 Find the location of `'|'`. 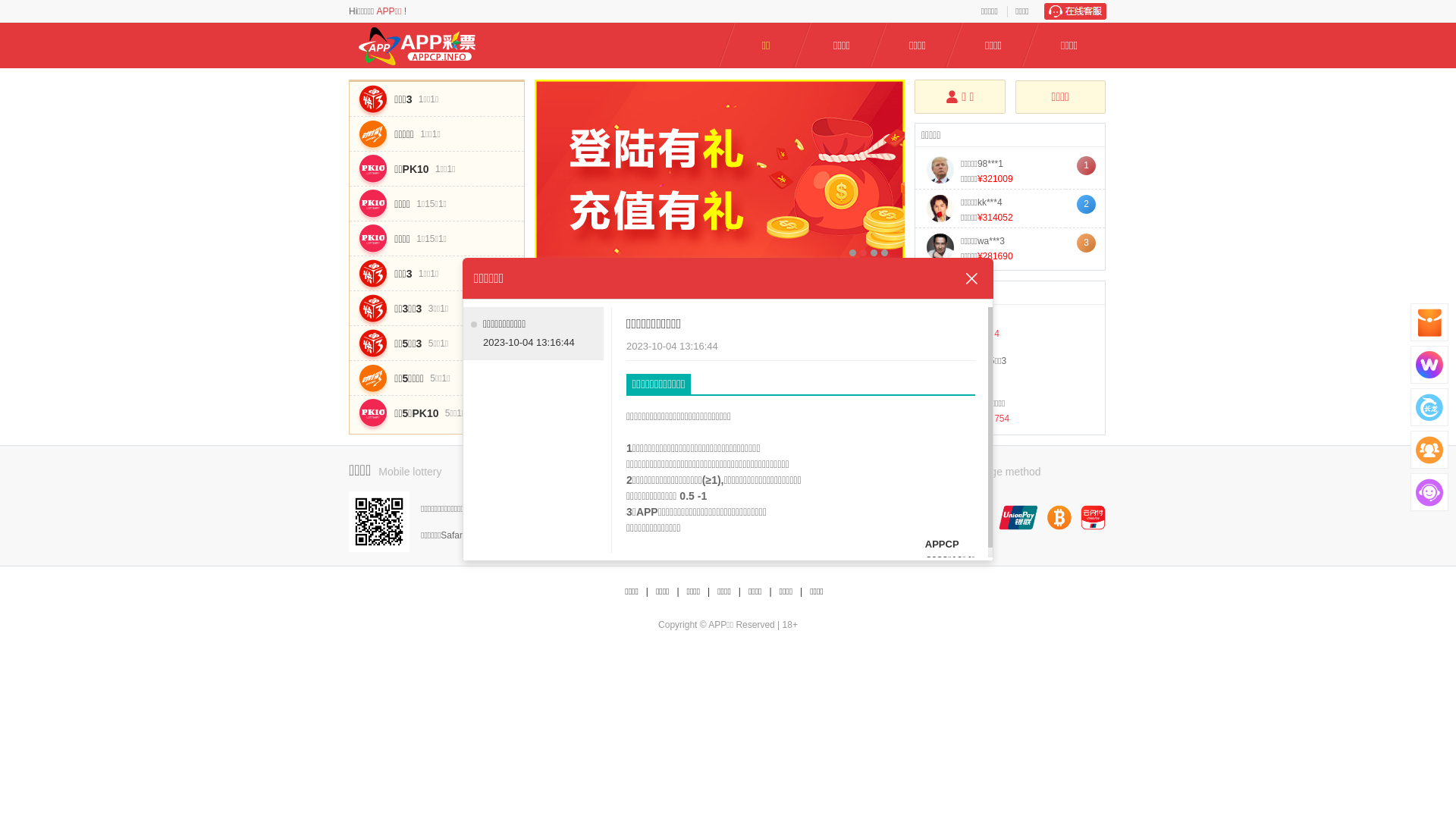

'|' is located at coordinates (770, 591).